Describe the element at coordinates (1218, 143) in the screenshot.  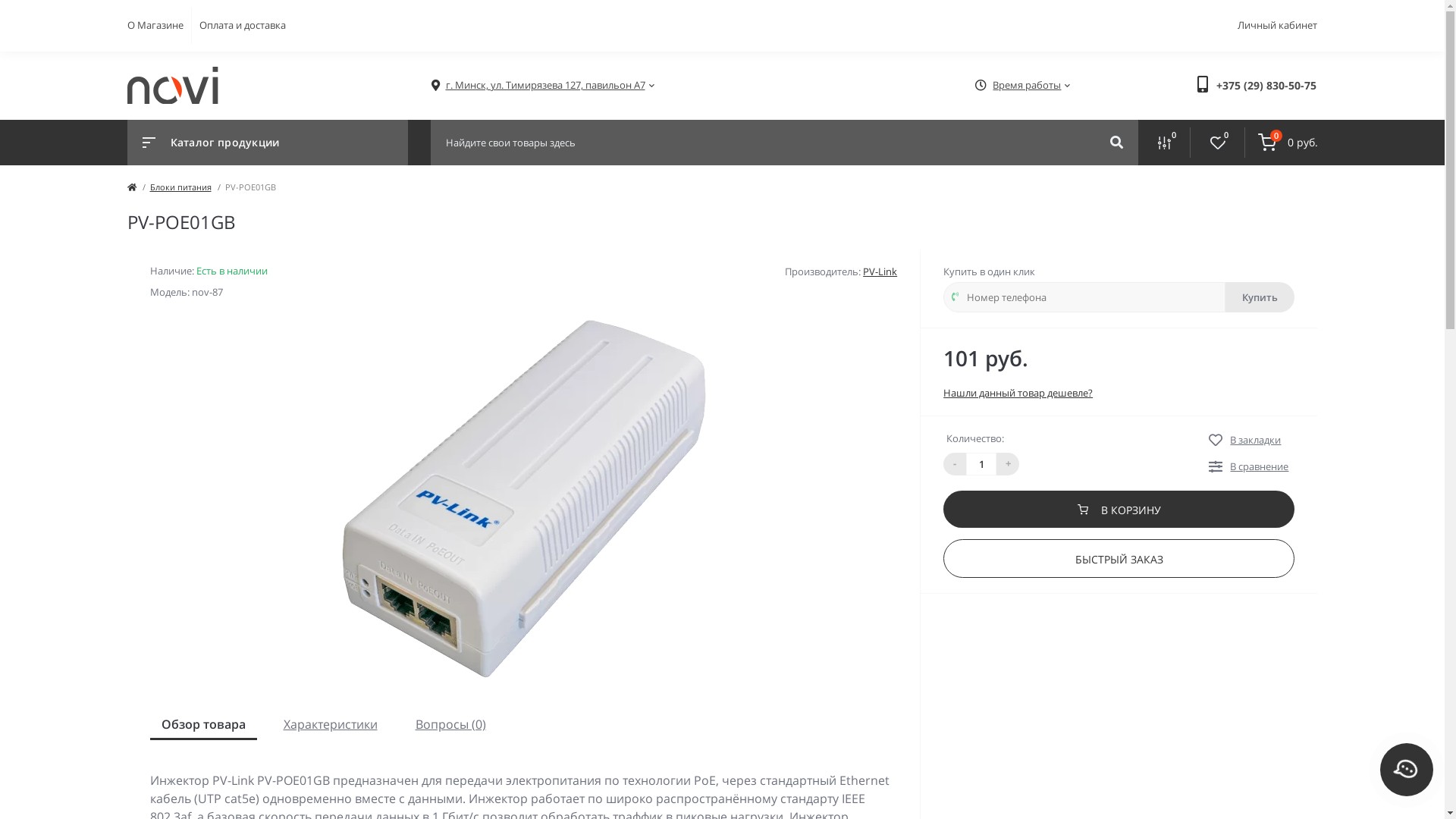
I see `'0'` at that location.